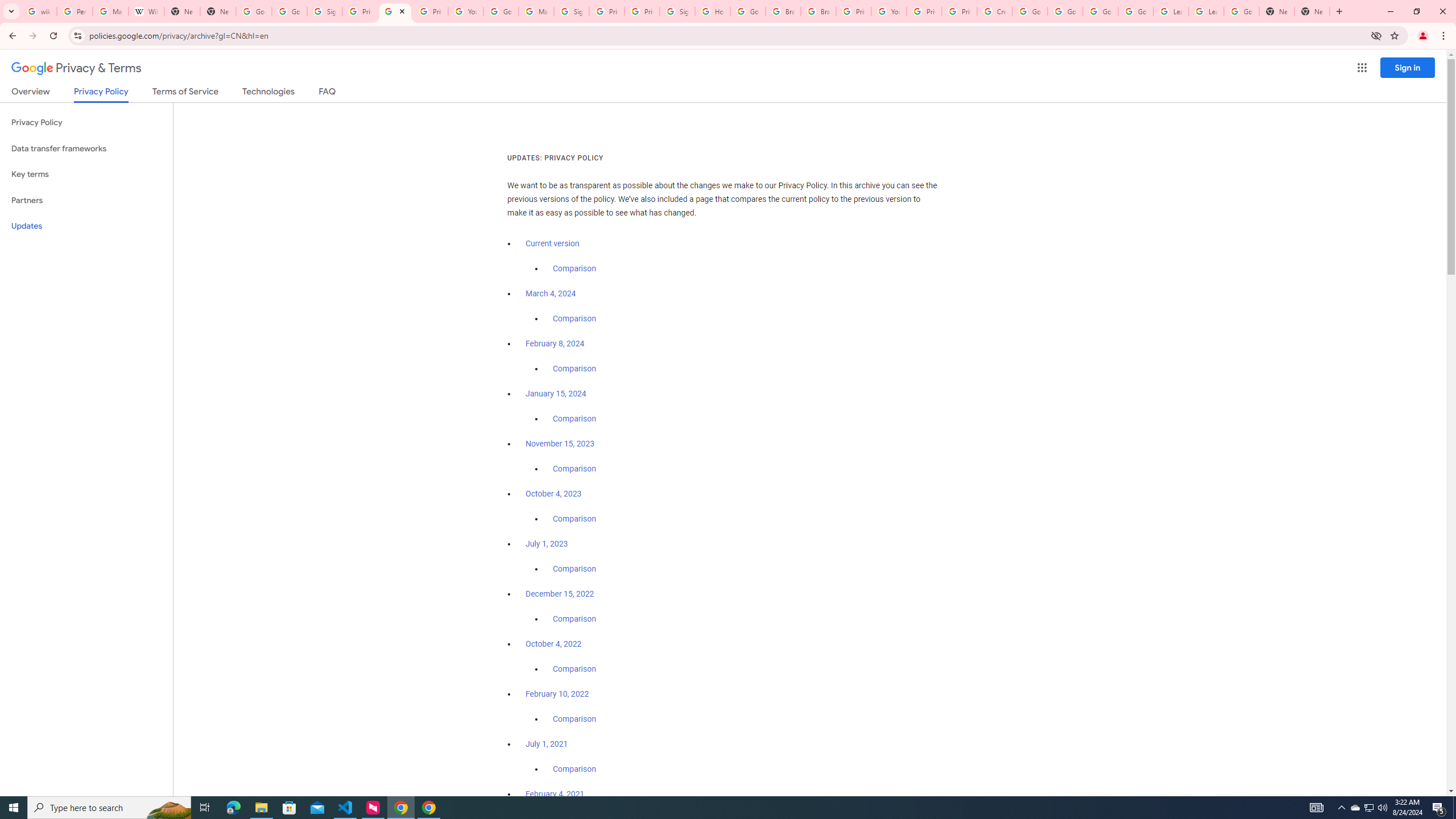 Image resolution: width=1456 pixels, height=819 pixels. Describe the element at coordinates (557, 693) in the screenshot. I see `'February 10, 2022'` at that location.